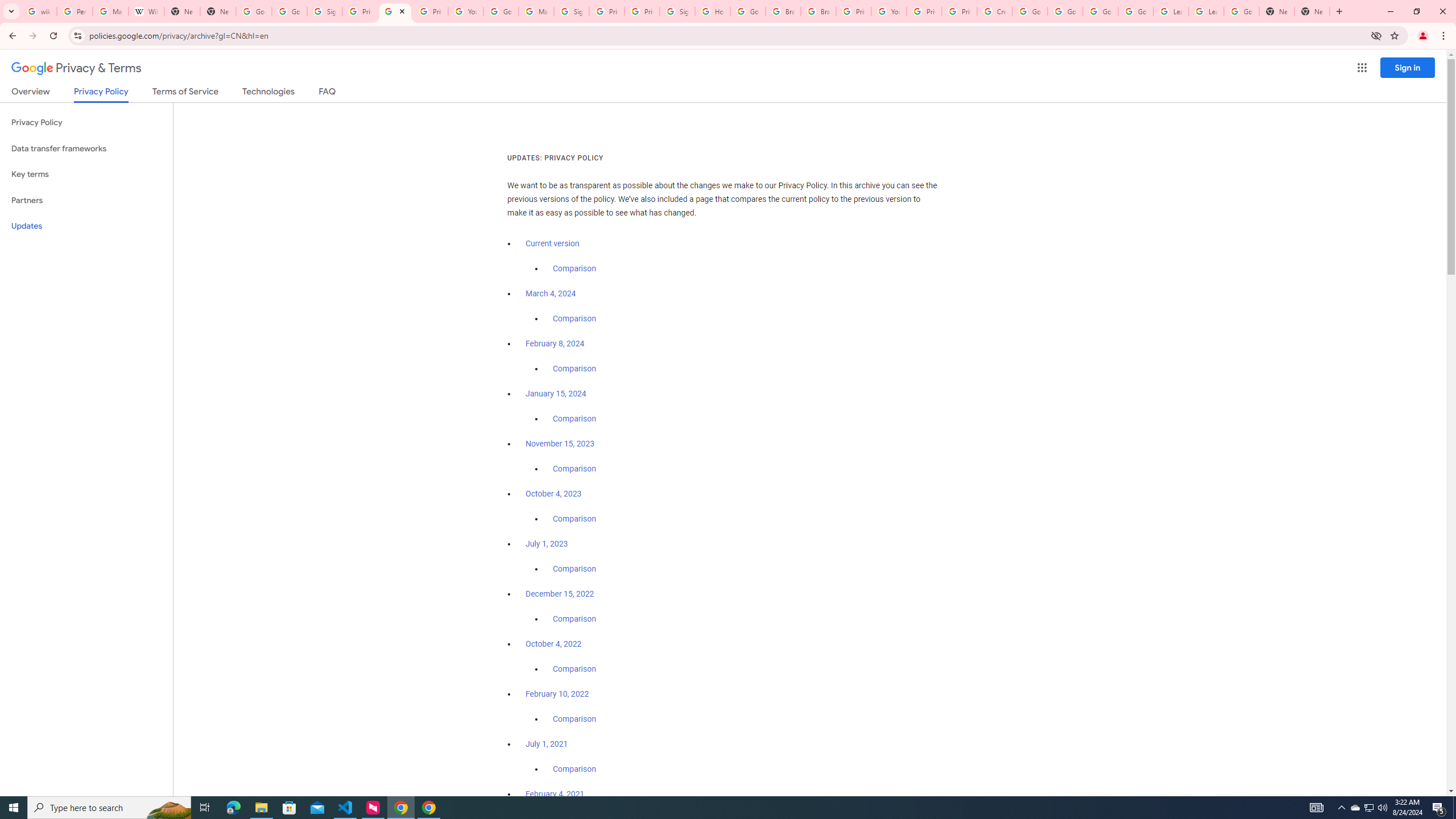 Image resolution: width=1456 pixels, height=819 pixels. Describe the element at coordinates (557, 693) in the screenshot. I see `'February 10, 2022'` at that location.